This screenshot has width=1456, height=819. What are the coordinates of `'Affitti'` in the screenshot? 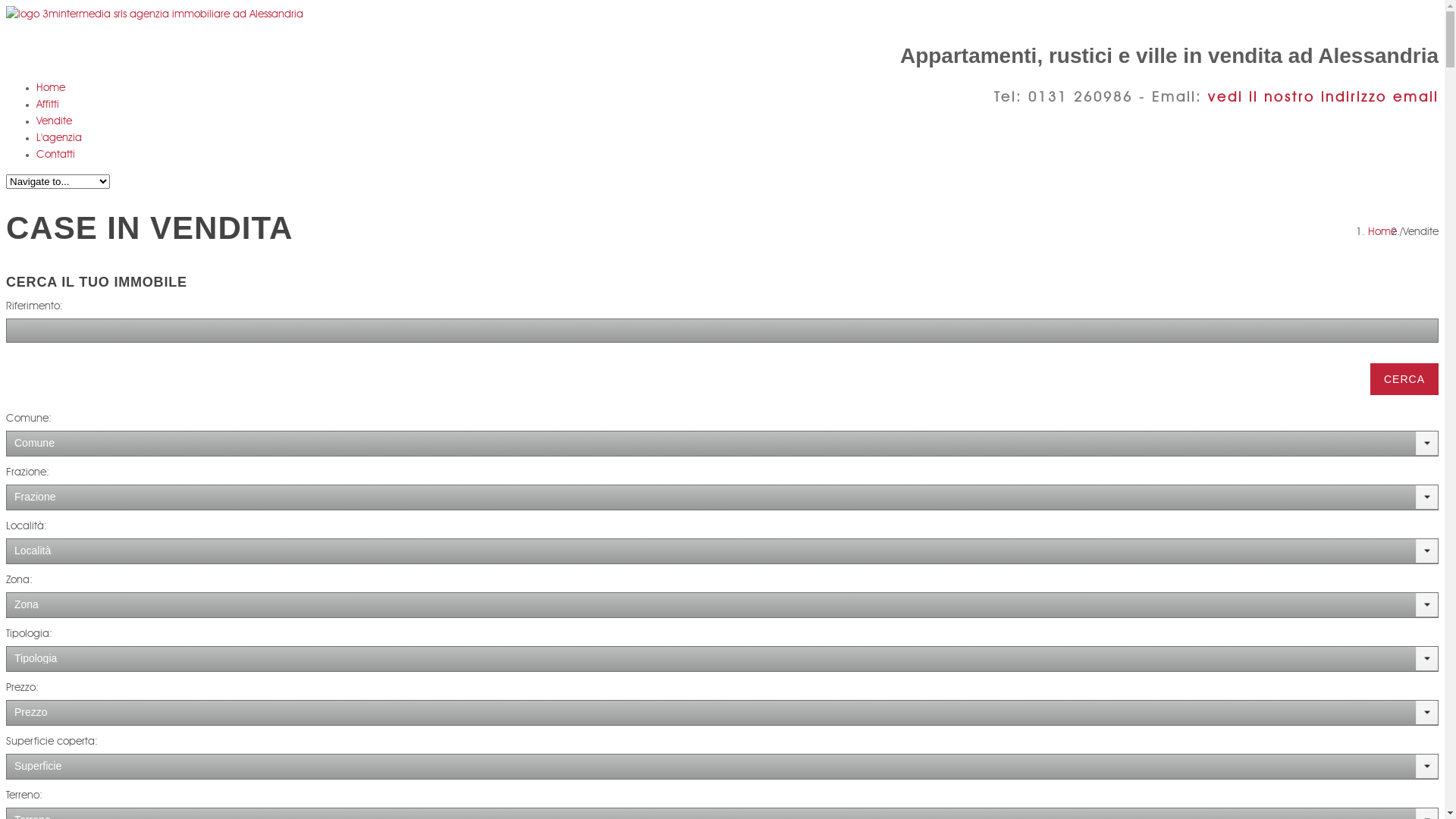 It's located at (47, 104).